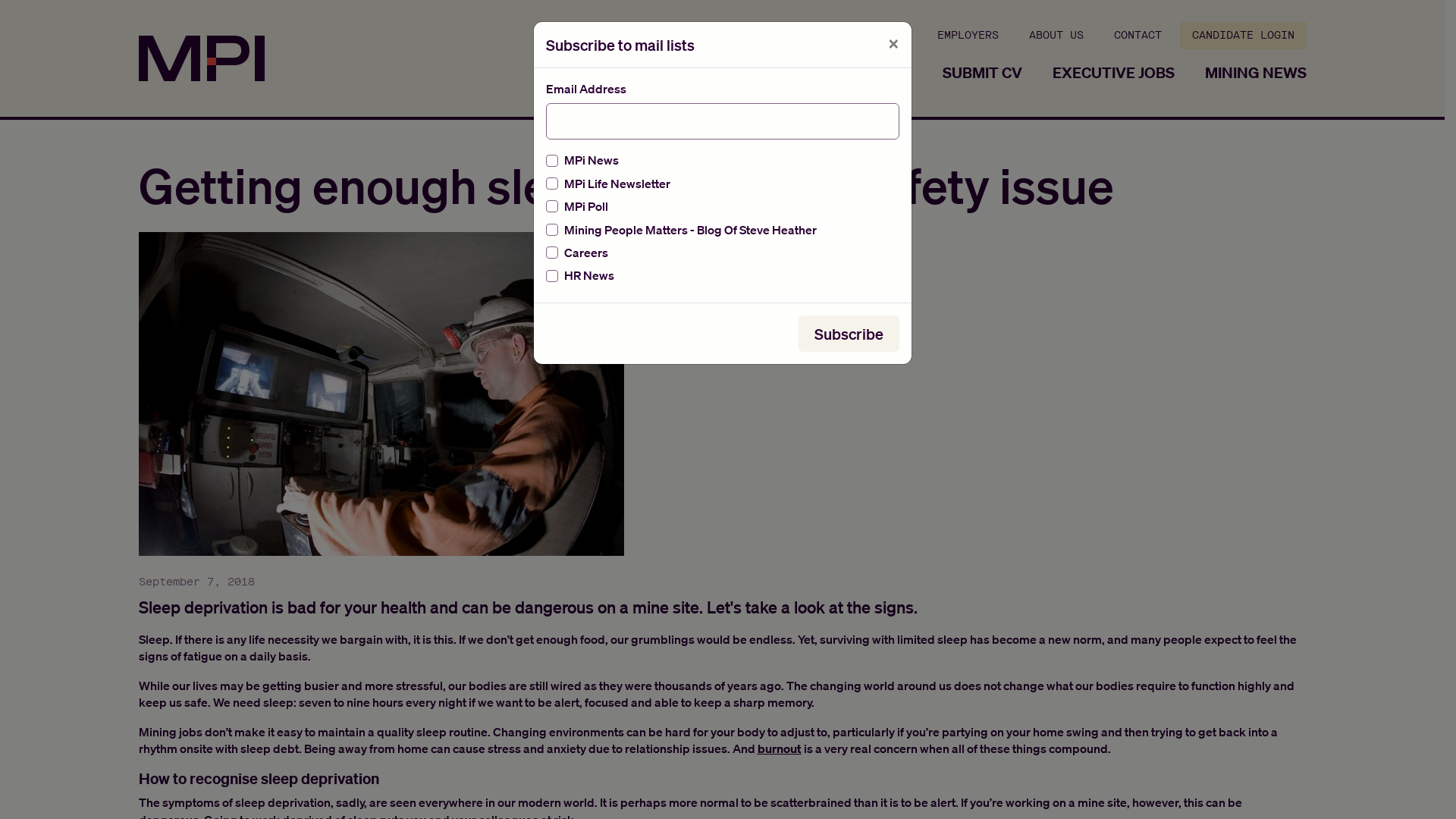 This screenshot has width=1456, height=819. Describe the element at coordinates (924, 34) in the screenshot. I see `'EMPLOYERS'` at that location.